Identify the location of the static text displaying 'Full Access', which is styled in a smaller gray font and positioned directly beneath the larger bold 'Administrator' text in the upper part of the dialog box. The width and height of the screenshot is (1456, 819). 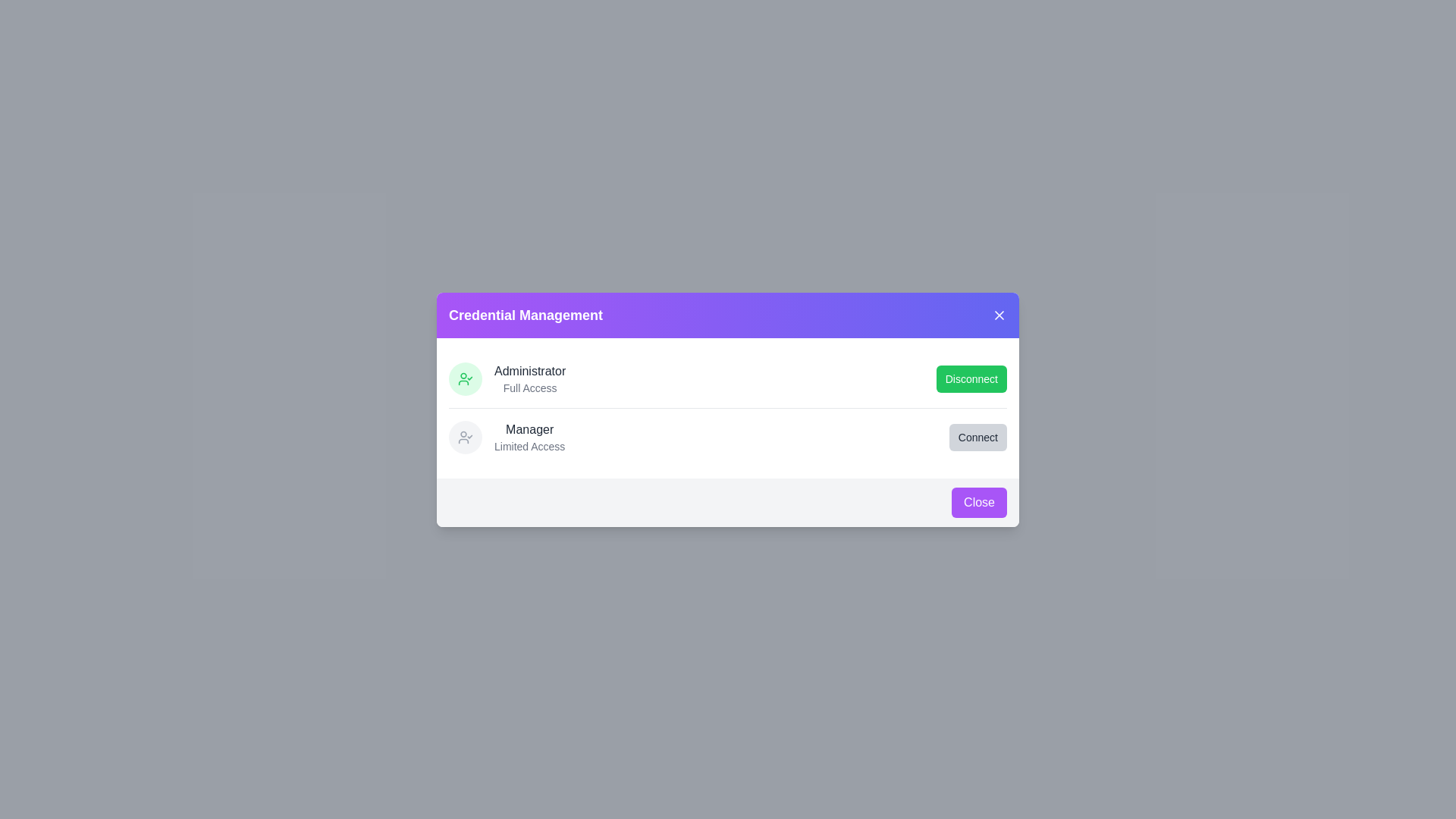
(530, 387).